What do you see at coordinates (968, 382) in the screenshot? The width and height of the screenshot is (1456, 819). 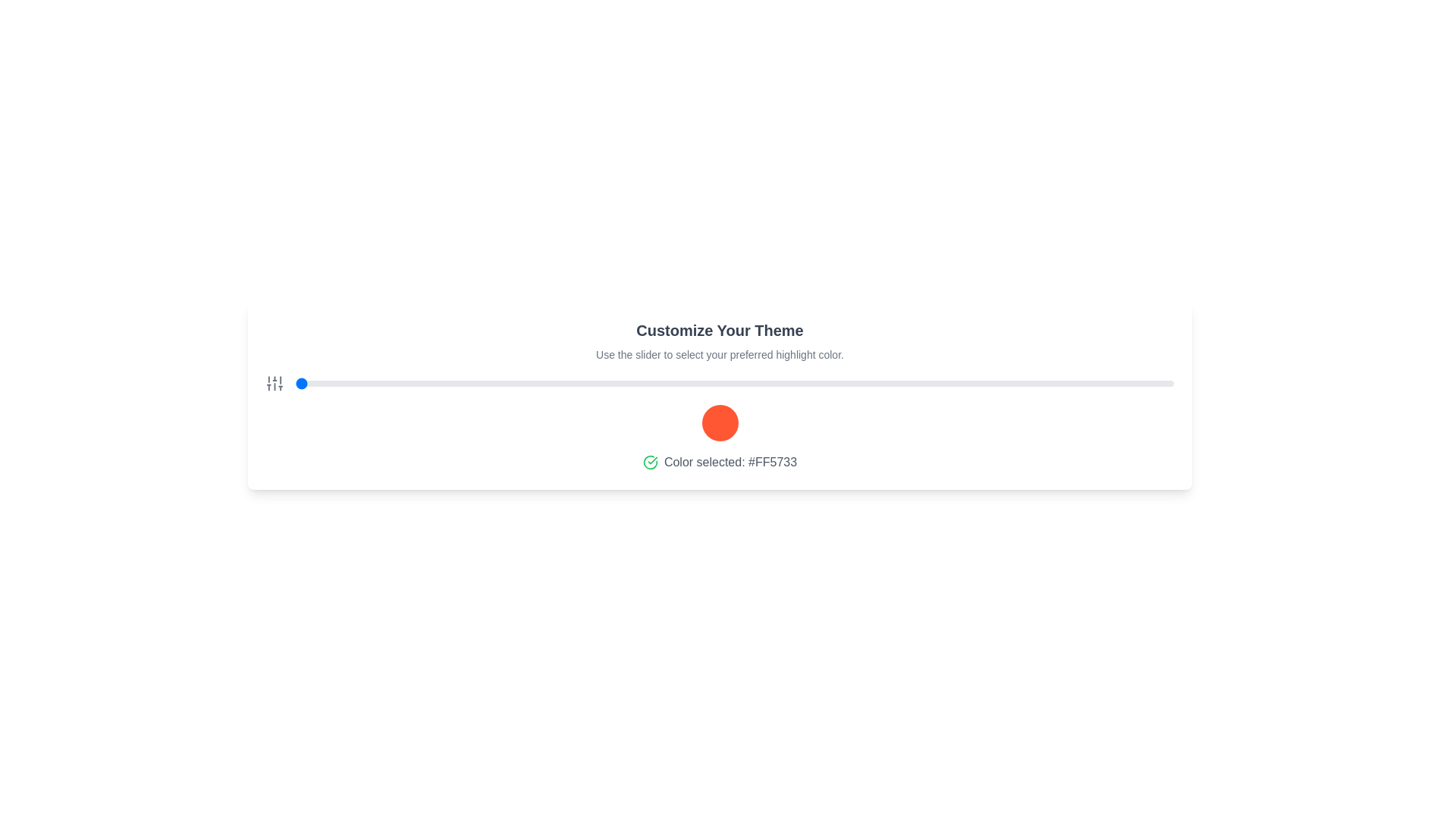 I see `the slider` at bounding box center [968, 382].